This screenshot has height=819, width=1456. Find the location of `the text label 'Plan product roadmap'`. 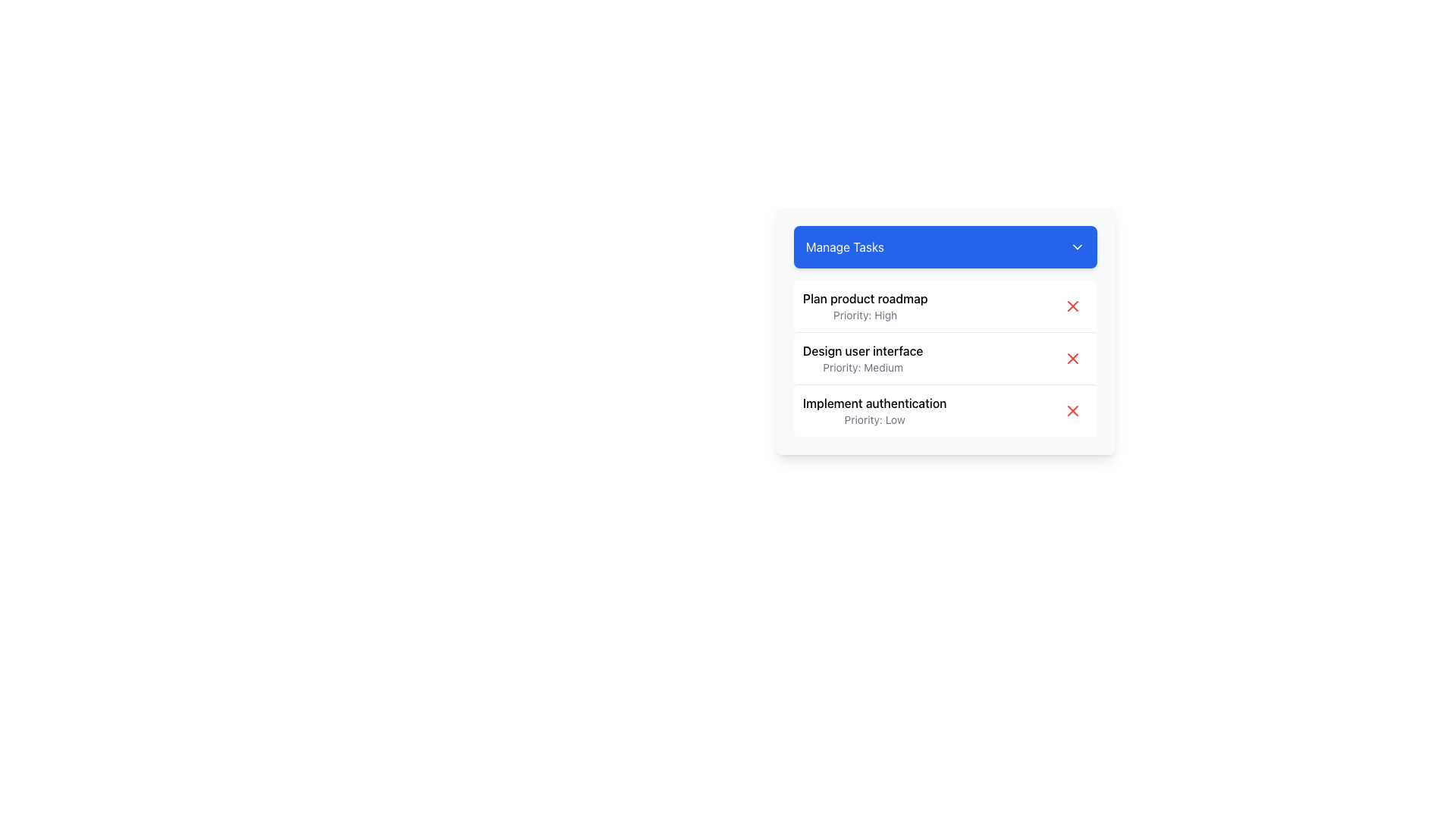

the text label 'Plan product roadmap' is located at coordinates (865, 298).